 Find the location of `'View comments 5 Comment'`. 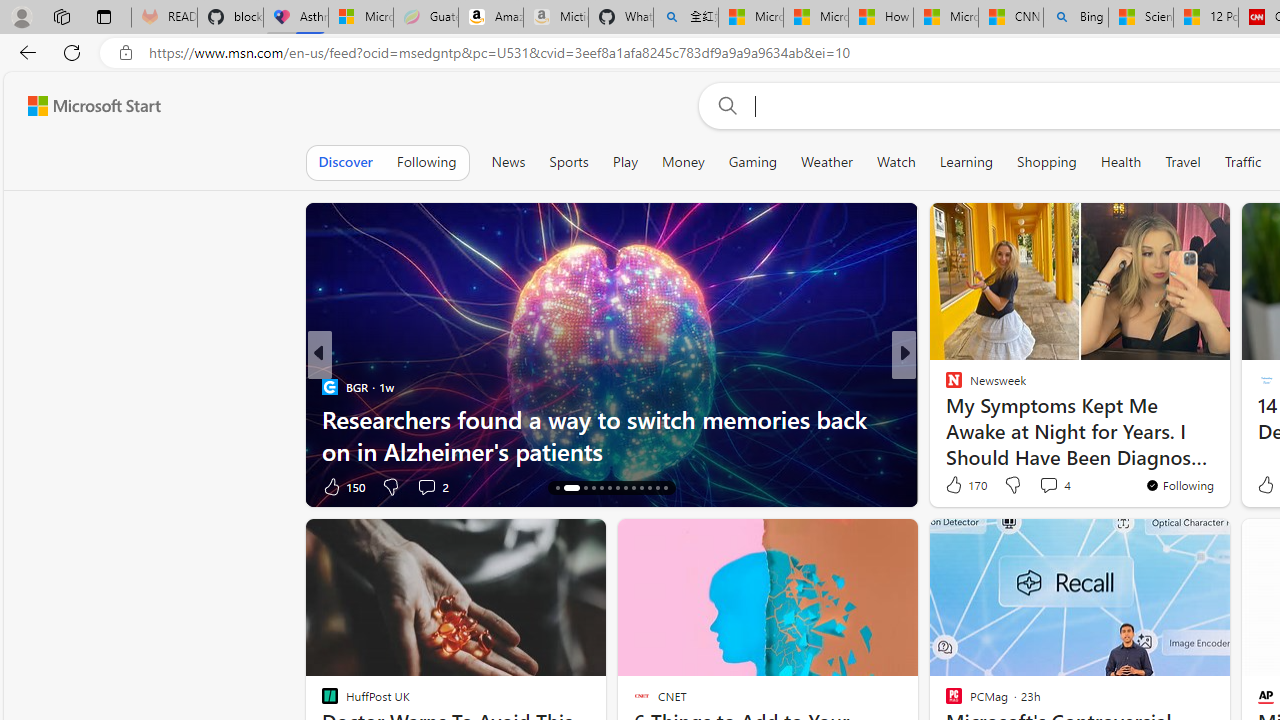

'View comments 5 Comment' is located at coordinates (1036, 486).